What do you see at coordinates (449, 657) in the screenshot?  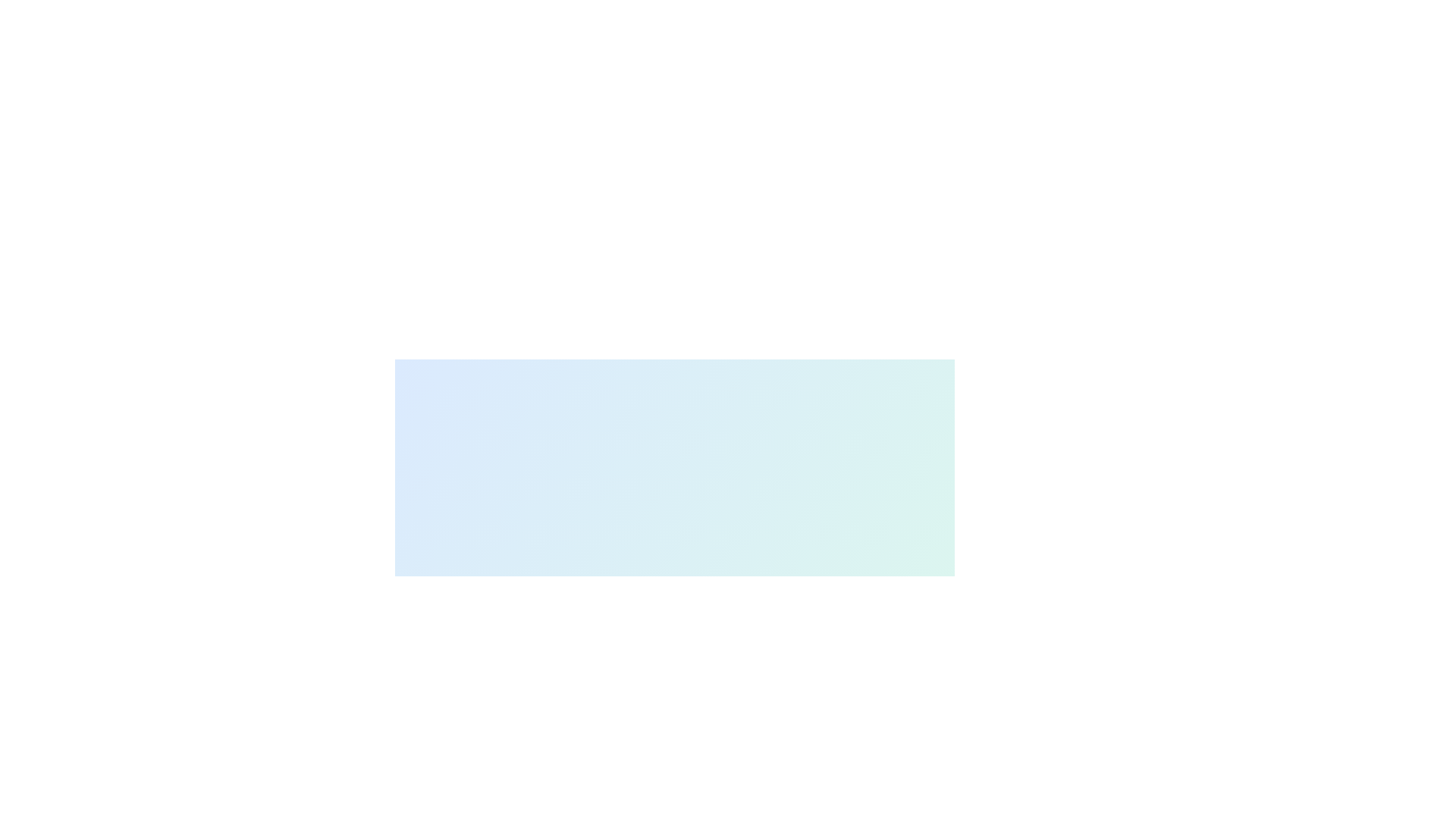 I see `the circular shape within the SVG graphic that is styled with a stroke color and has a diameter defined by a radius of 10, located at the center of its containing SVG element` at bounding box center [449, 657].